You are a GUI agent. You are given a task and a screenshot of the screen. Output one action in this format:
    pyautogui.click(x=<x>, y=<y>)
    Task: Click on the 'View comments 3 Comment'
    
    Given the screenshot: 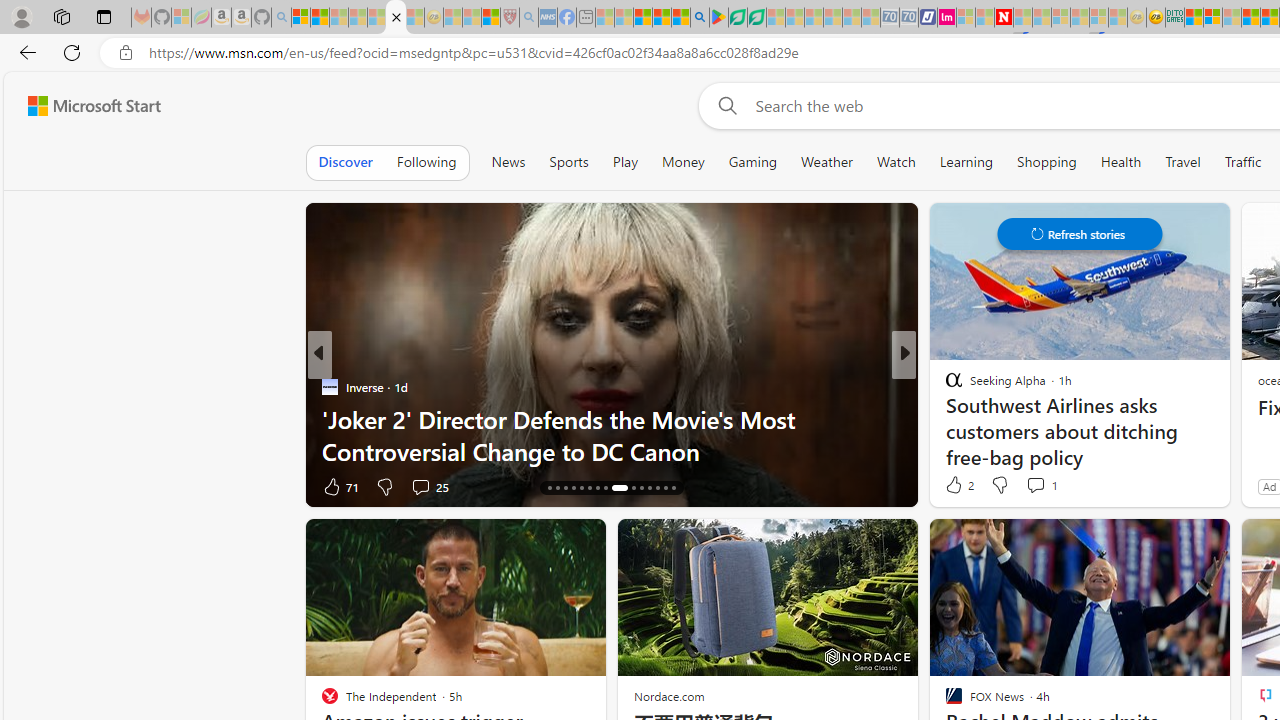 What is the action you would take?
    pyautogui.click(x=1036, y=486)
    